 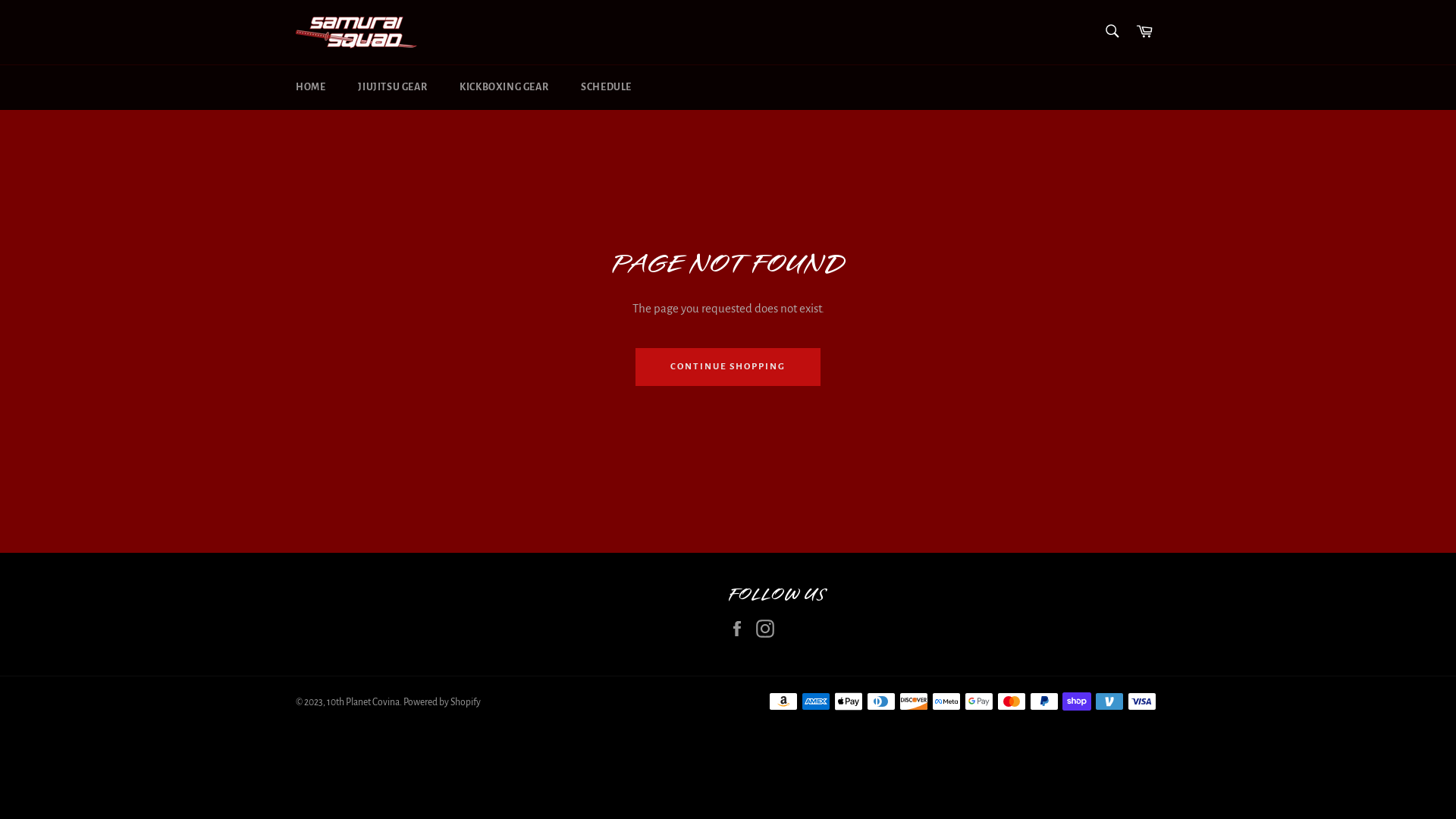 What do you see at coordinates (309, 87) in the screenshot?
I see `'HOME'` at bounding box center [309, 87].